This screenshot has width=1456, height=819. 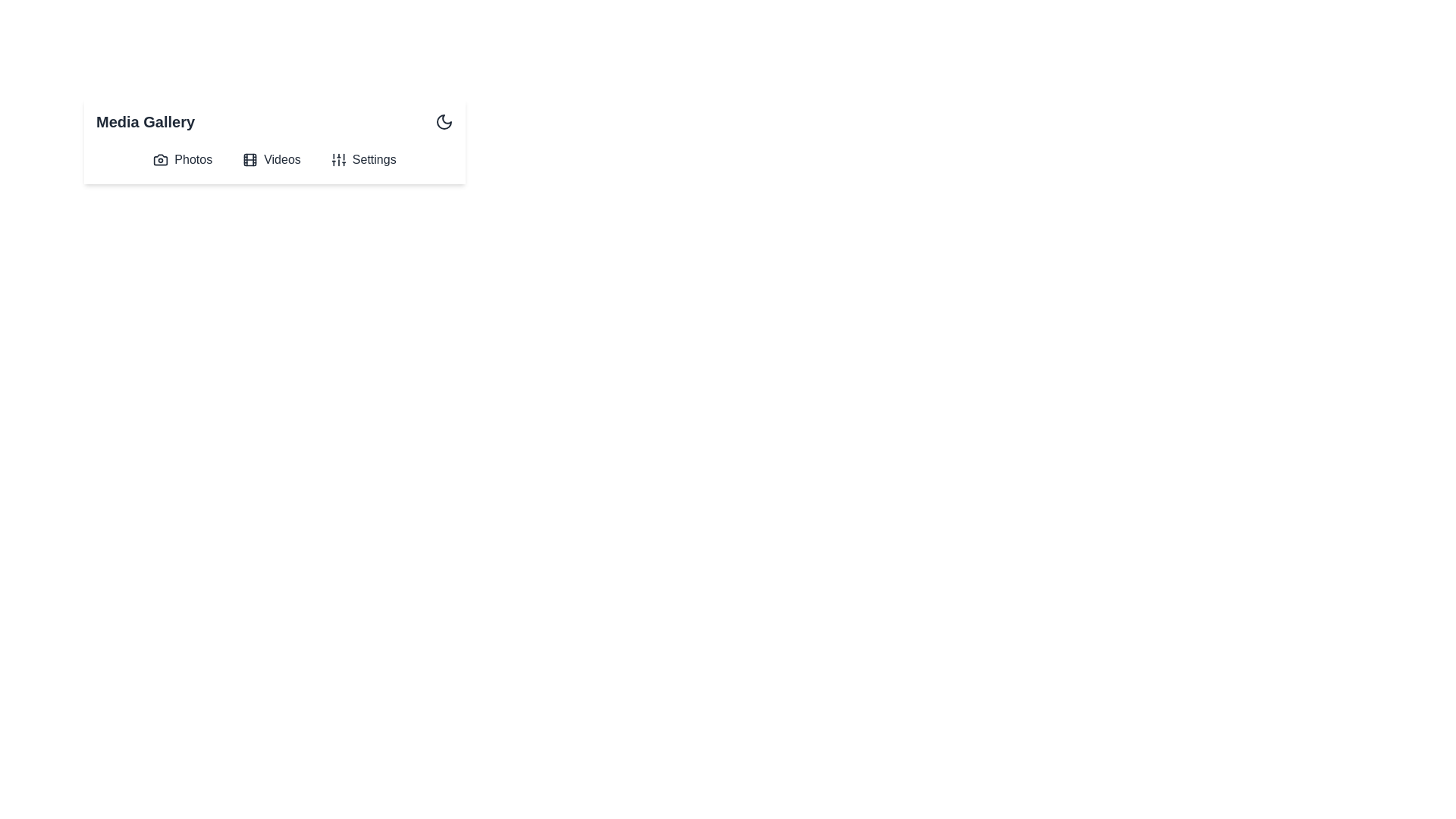 What do you see at coordinates (271, 160) in the screenshot?
I see `the 'Videos' button to open the Videos view` at bounding box center [271, 160].